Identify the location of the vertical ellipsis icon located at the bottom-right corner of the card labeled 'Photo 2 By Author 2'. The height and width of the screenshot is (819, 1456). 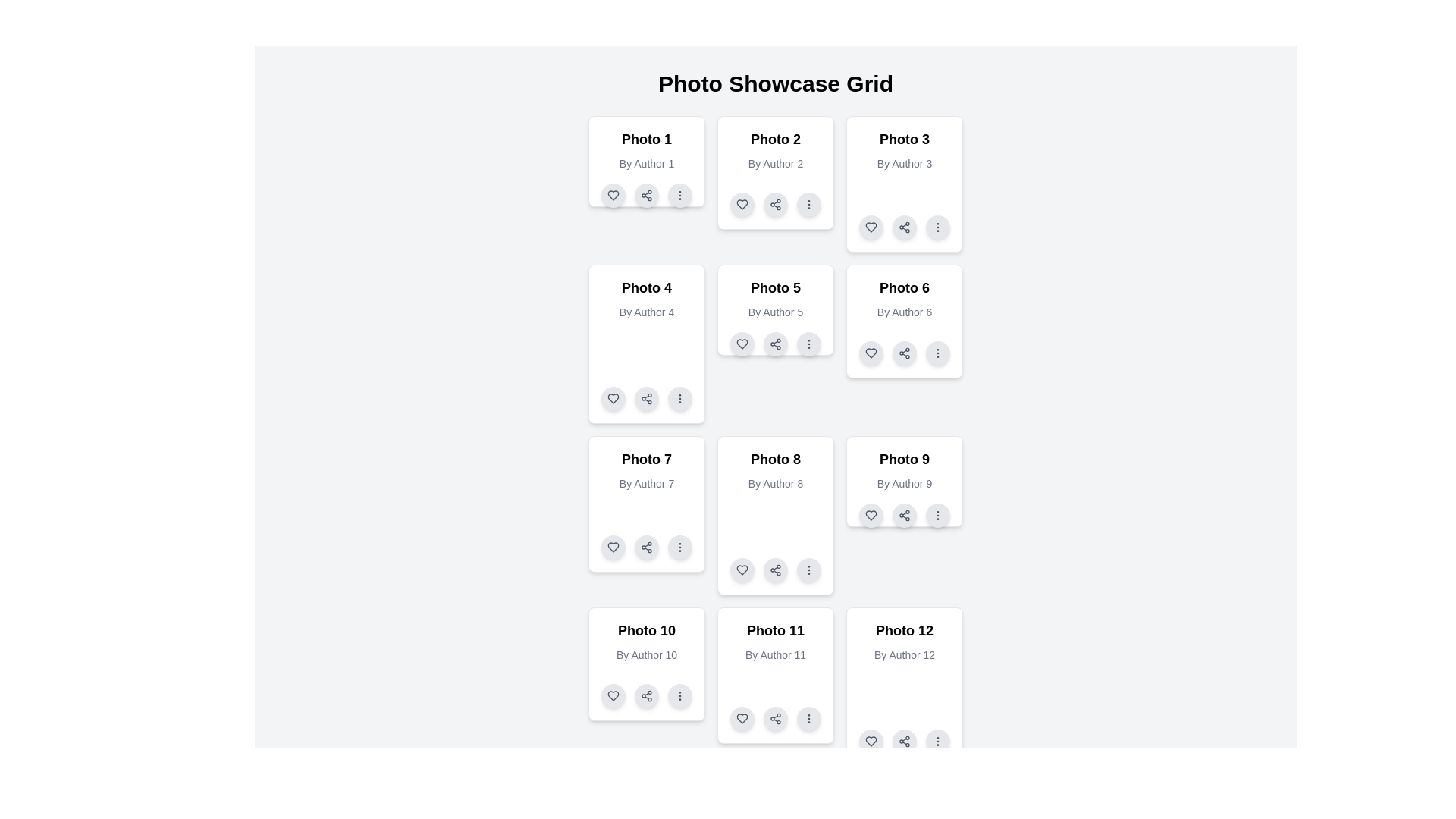
(808, 205).